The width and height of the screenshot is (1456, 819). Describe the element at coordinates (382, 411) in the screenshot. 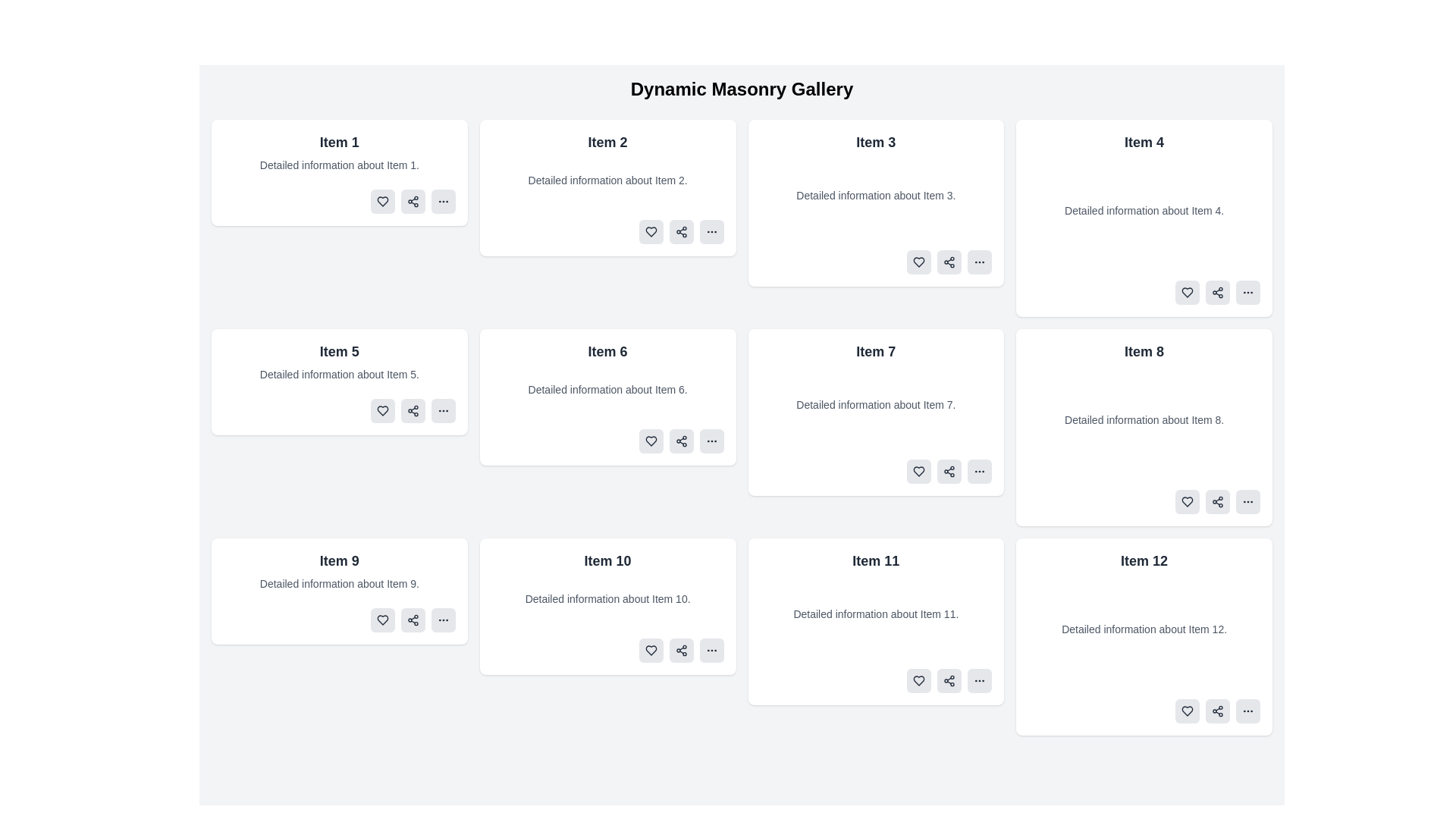

I see `the heart-shaped button with a hollow design that has a light gray background and is located under 'Item 5' in the grid layout` at that location.